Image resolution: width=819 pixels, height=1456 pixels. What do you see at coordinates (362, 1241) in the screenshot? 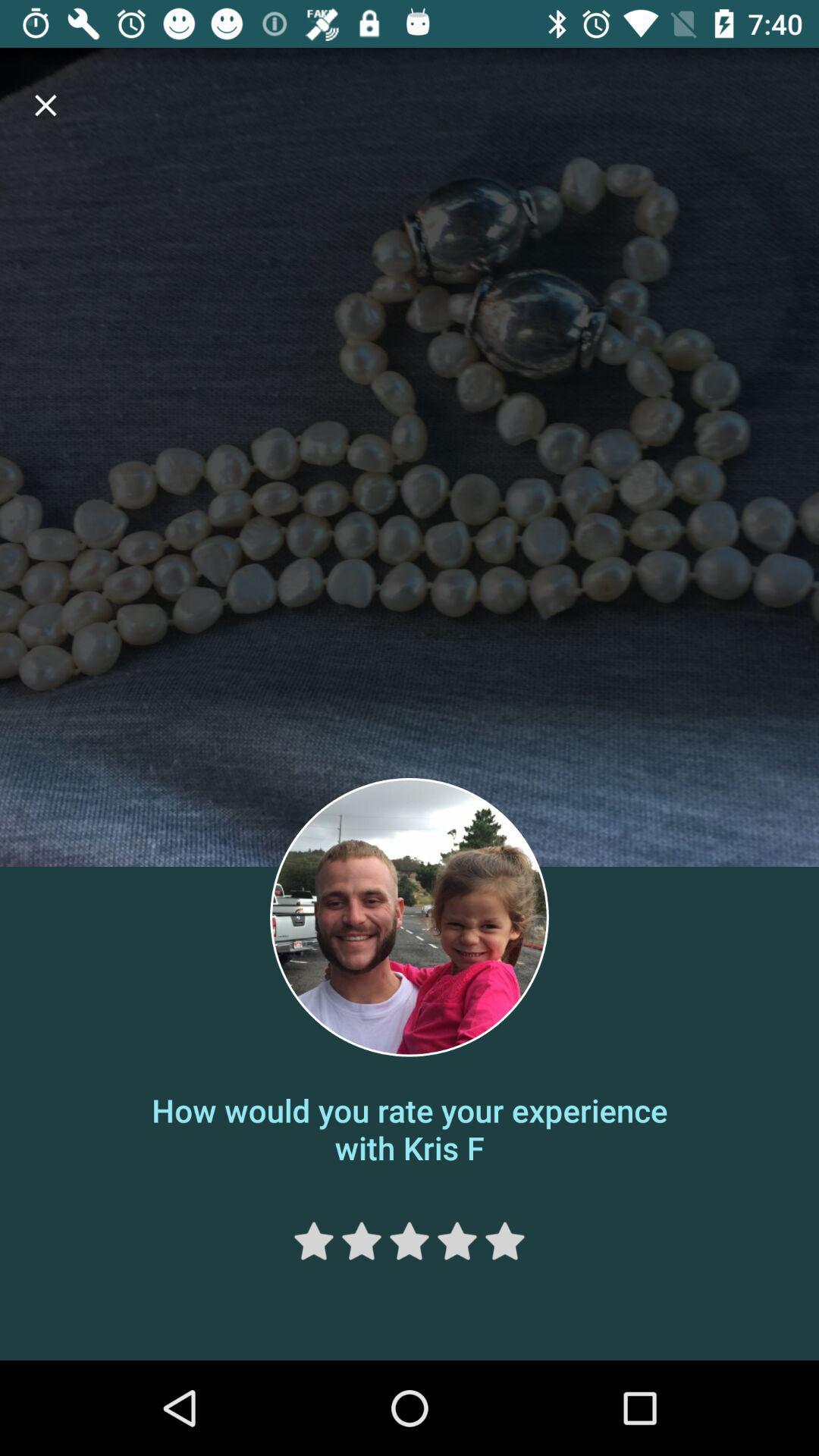
I see `choose star rating` at bounding box center [362, 1241].